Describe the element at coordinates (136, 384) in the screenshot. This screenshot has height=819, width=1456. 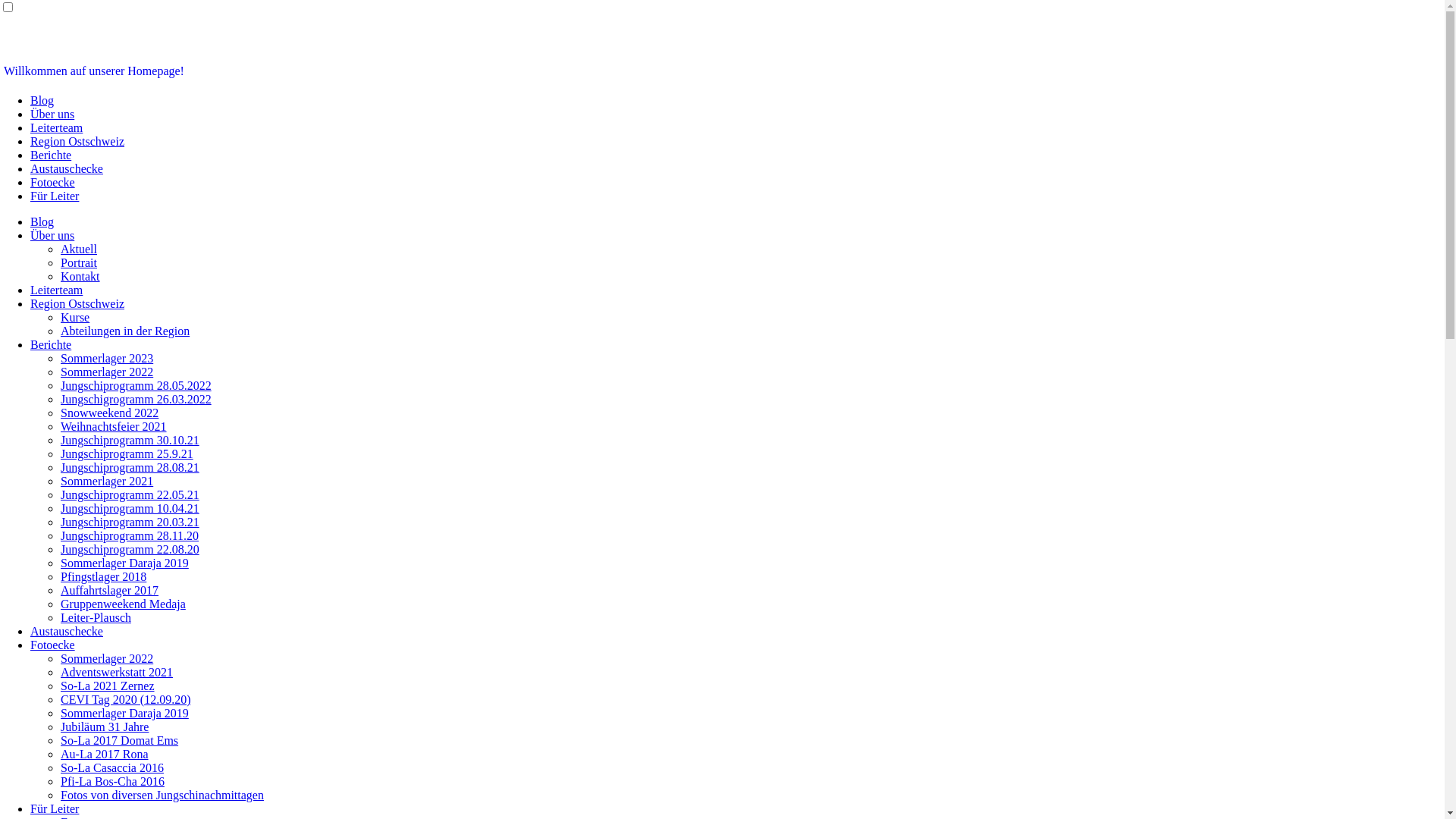
I see `'Jungschiprogramm 28.05.2022'` at that location.